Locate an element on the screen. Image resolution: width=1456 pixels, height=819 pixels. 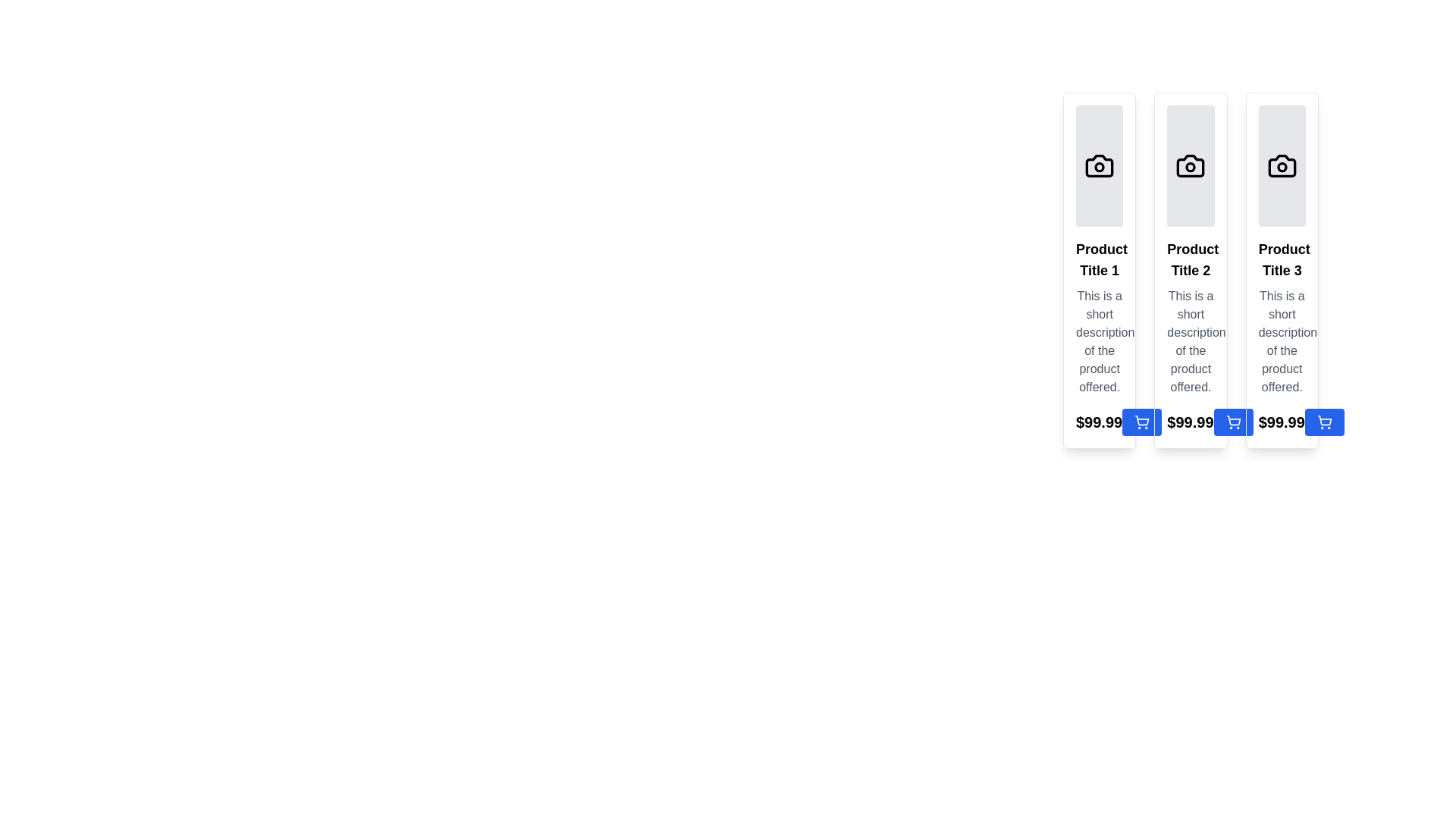
price displayed as '$99.99' in bold font located at the bottom of the product card labeled 'Product Title 3' is located at coordinates (1281, 422).